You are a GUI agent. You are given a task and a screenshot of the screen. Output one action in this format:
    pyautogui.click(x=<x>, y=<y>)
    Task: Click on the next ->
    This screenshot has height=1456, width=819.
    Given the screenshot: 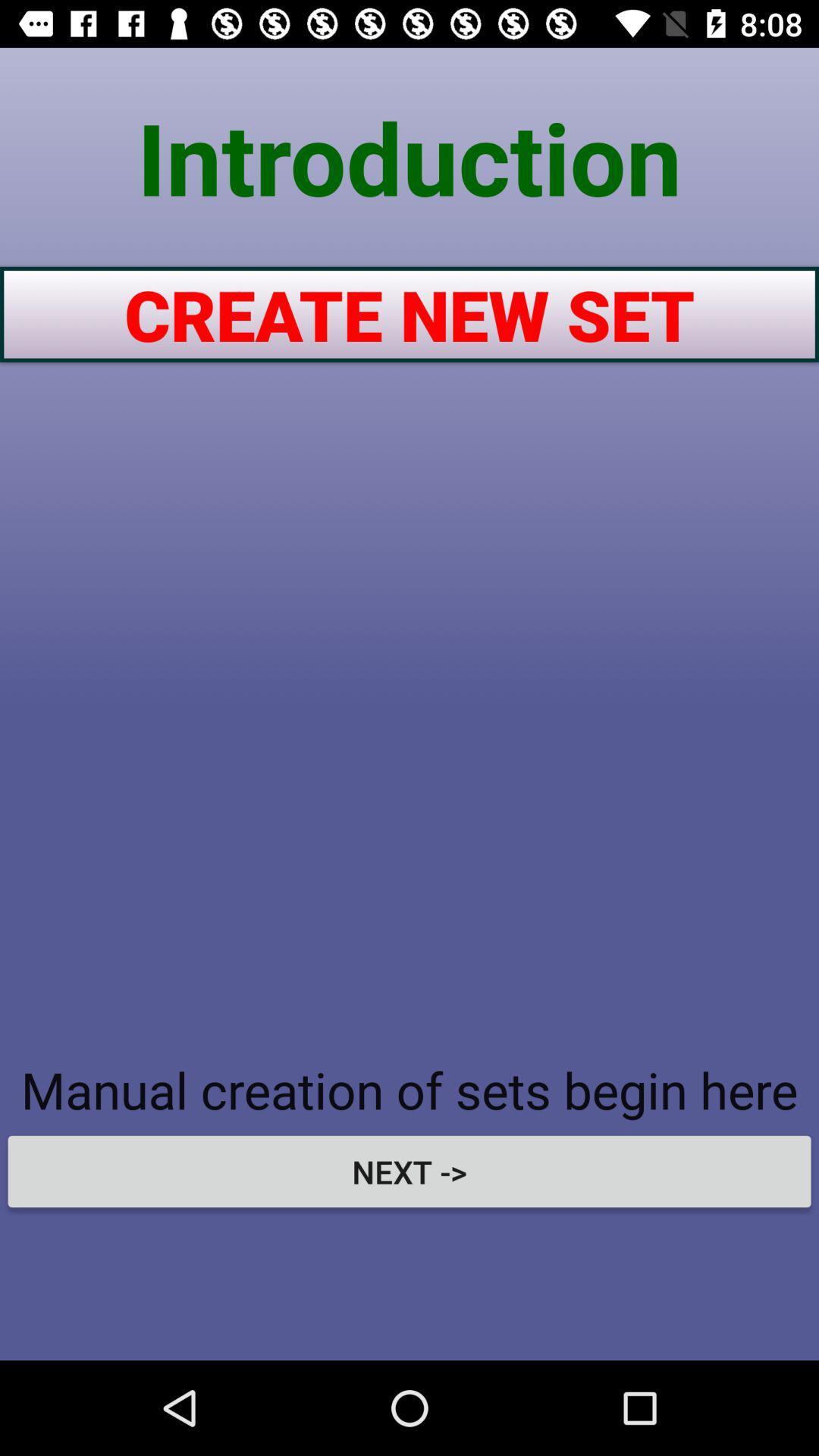 What is the action you would take?
    pyautogui.click(x=409, y=1171)
    